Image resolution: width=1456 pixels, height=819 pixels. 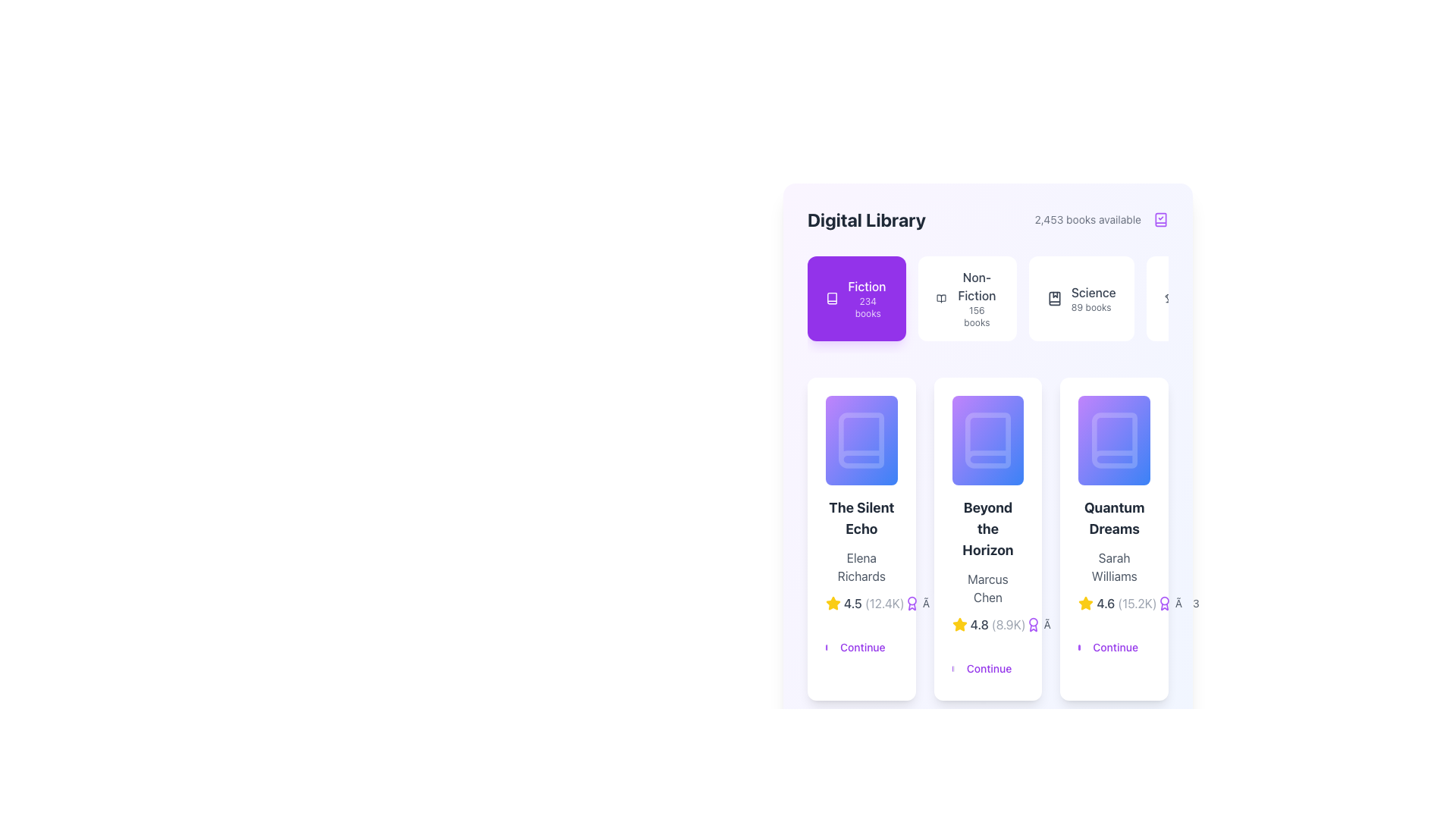 What do you see at coordinates (1085, 603) in the screenshot?
I see `the star icon that represents a feedback or rating system, which is the first element in a horizontal arrangement alongside the rating value and number of reviews` at bounding box center [1085, 603].